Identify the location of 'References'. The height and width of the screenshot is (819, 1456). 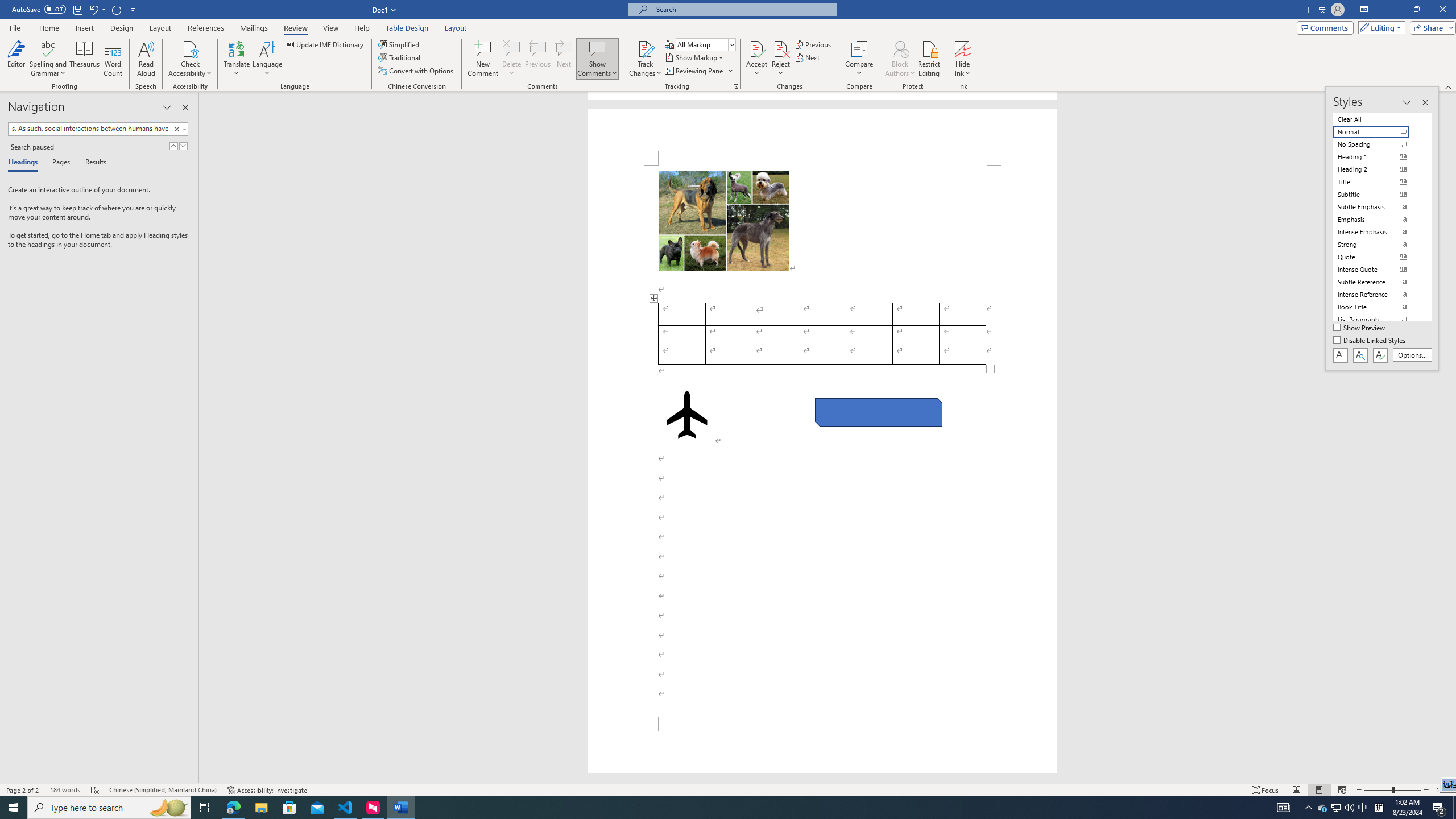
(206, 28).